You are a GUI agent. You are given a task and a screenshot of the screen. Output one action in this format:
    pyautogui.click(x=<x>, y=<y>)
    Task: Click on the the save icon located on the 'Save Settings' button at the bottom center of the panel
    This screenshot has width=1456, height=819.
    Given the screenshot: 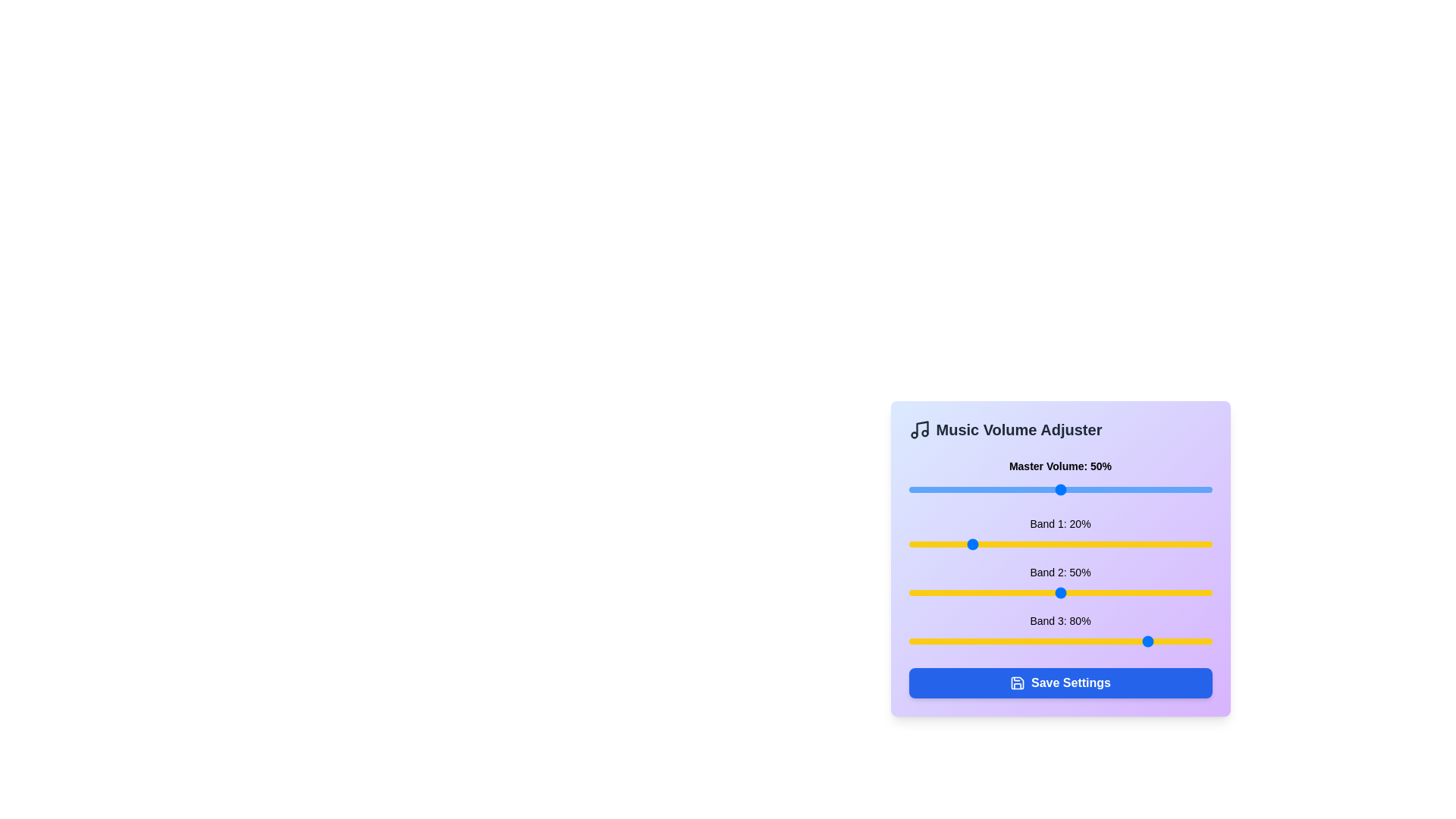 What is the action you would take?
    pyautogui.click(x=1018, y=683)
    